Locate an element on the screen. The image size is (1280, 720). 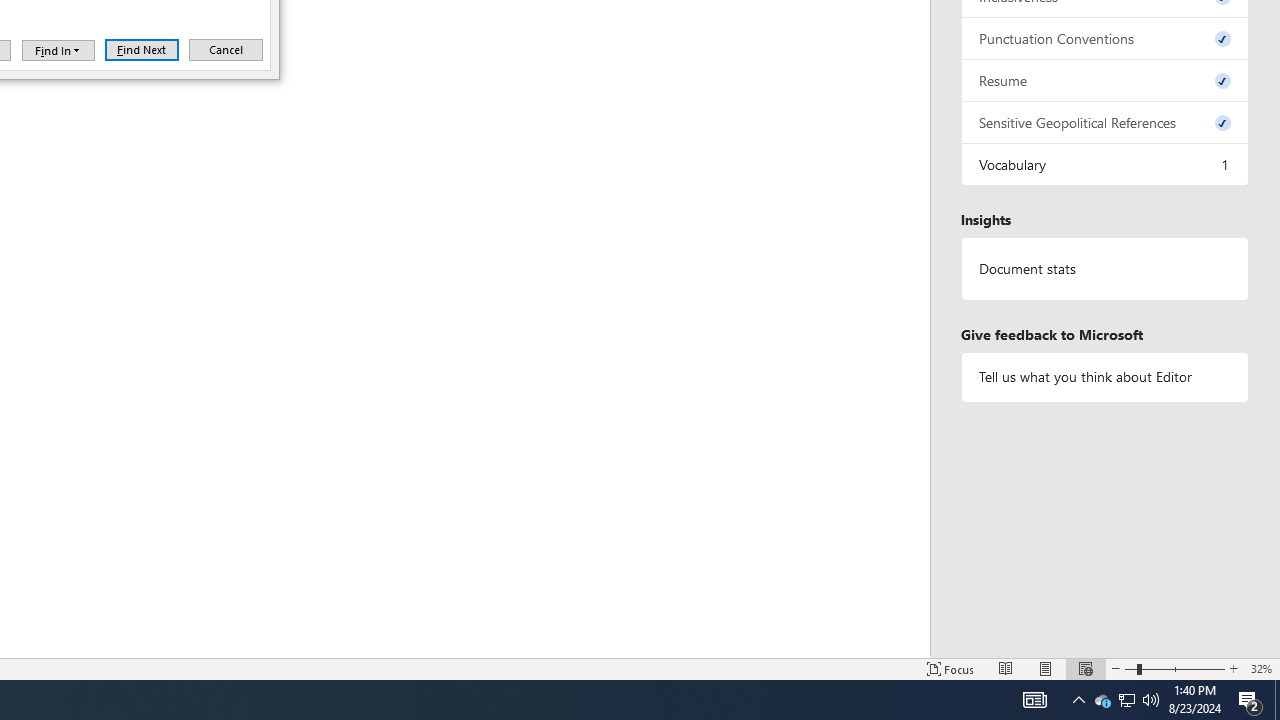
'Zoom 32%' is located at coordinates (1260, 669).